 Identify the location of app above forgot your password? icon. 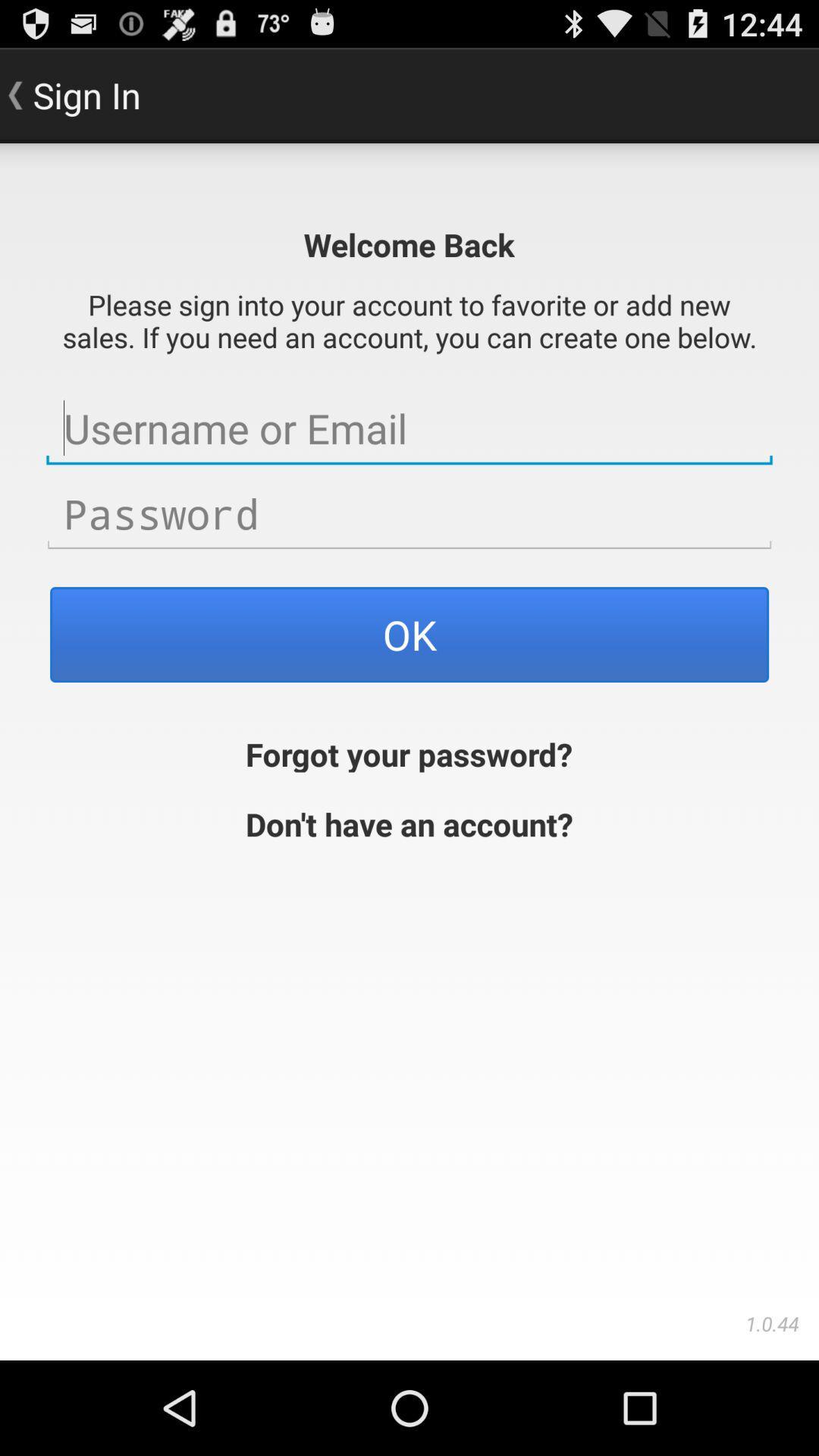
(409, 634).